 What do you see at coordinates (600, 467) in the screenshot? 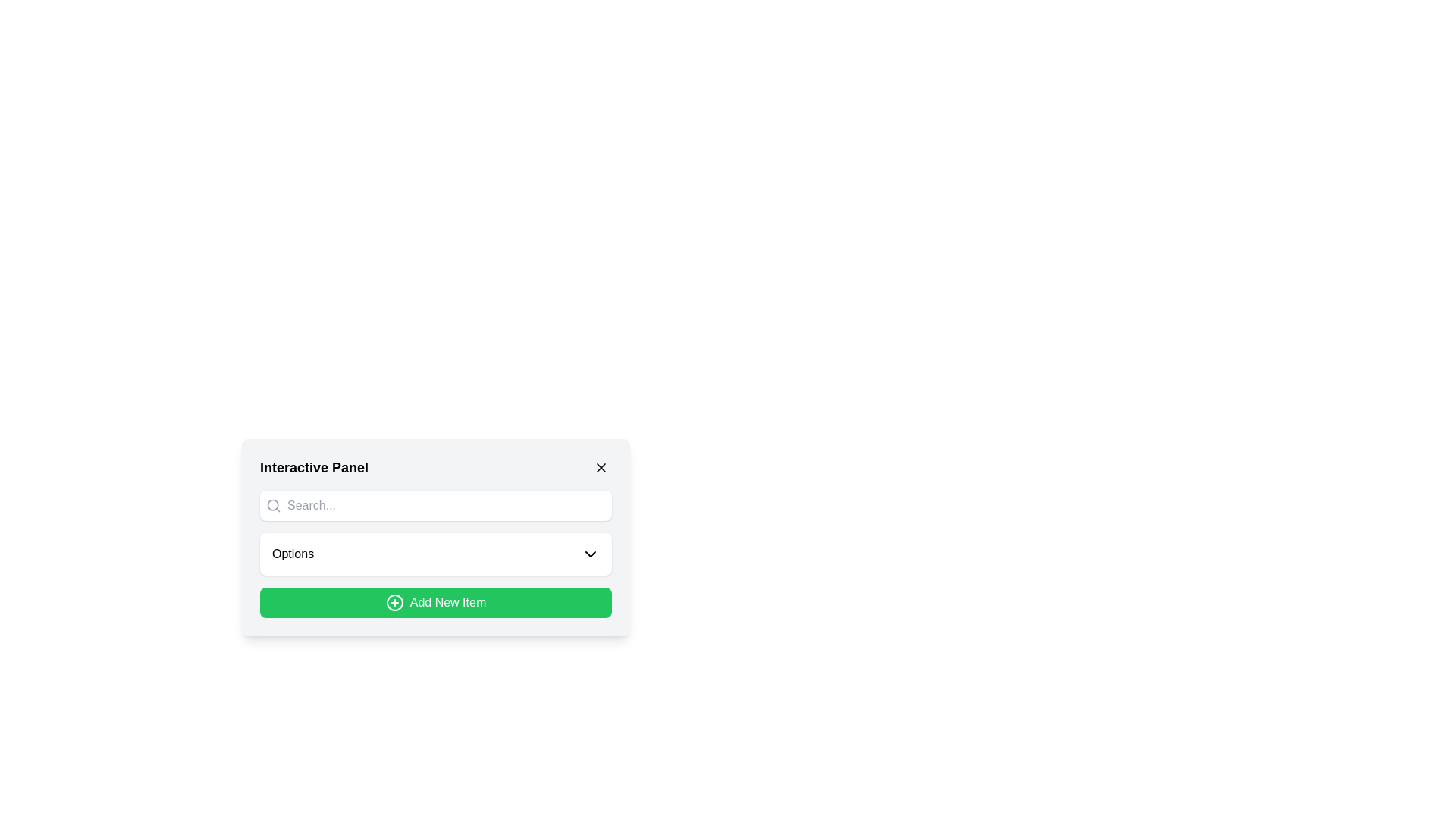
I see `the button located at the top-right corner of the 'Interactive Panel'` at bounding box center [600, 467].